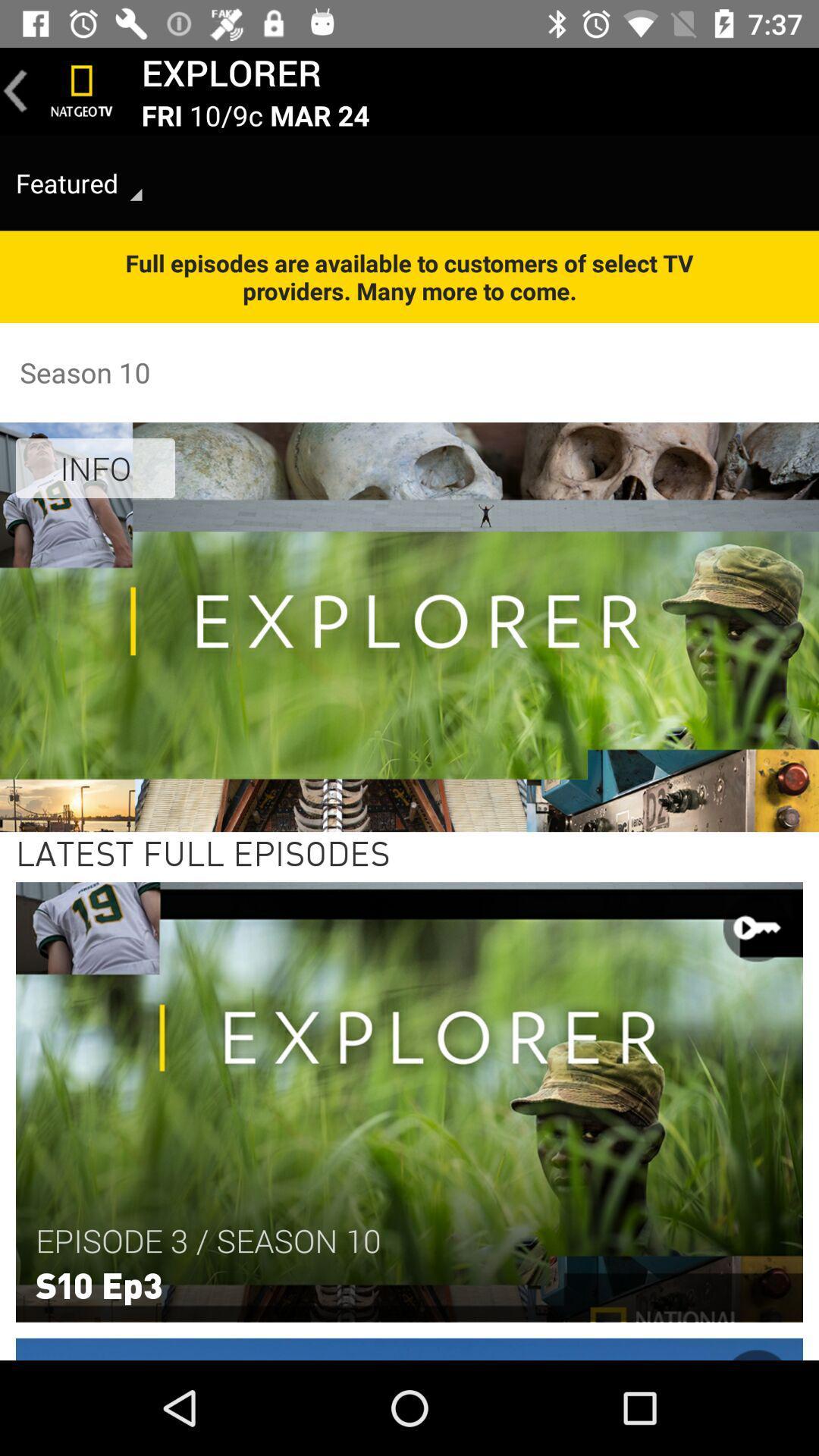 Image resolution: width=819 pixels, height=1456 pixels. What do you see at coordinates (82, 90) in the screenshot?
I see `nat geo tv home option` at bounding box center [82, 90].